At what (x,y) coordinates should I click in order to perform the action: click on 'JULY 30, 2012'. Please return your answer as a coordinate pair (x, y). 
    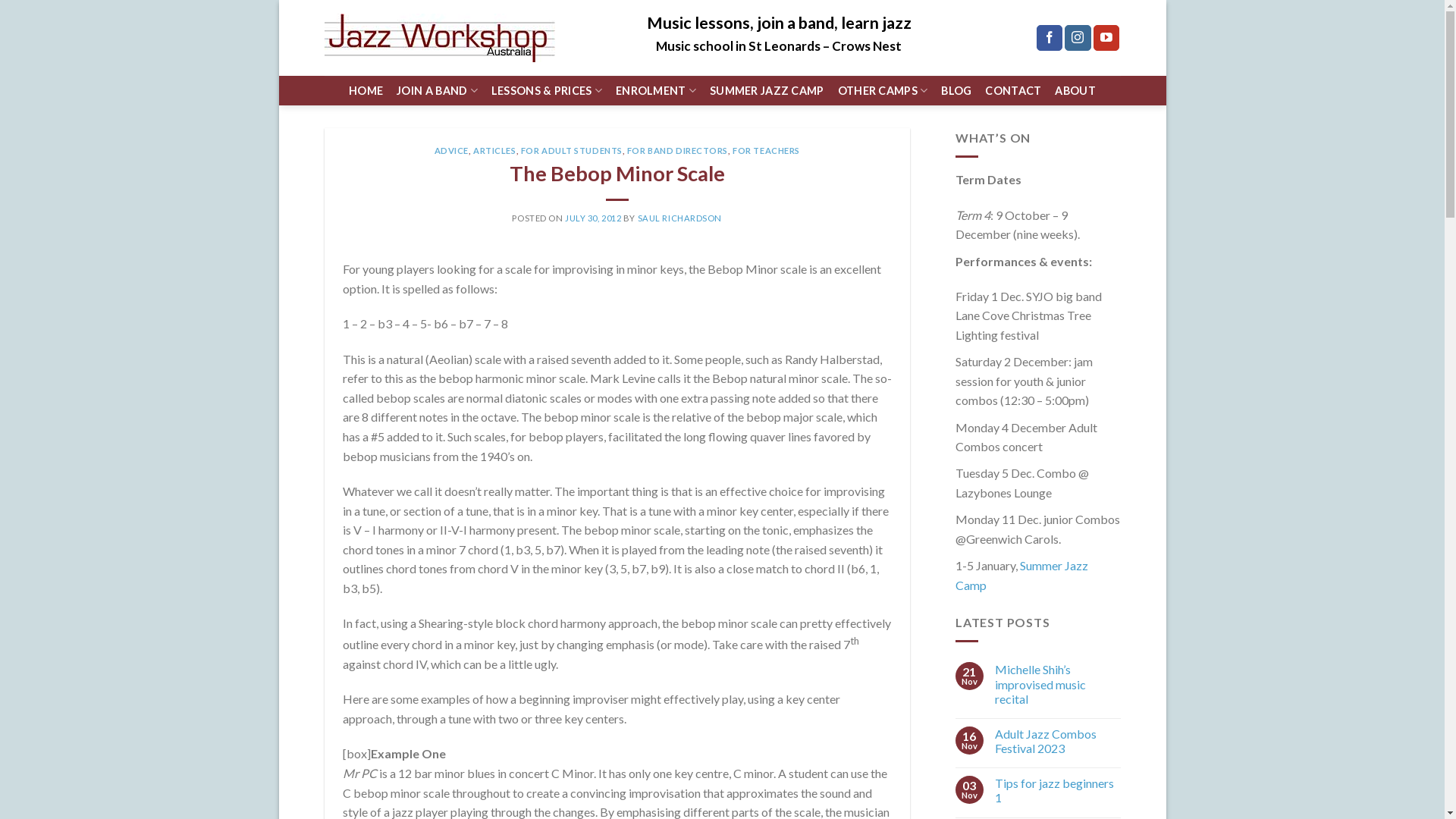
    Looking at the image, I should click on (592, 218).